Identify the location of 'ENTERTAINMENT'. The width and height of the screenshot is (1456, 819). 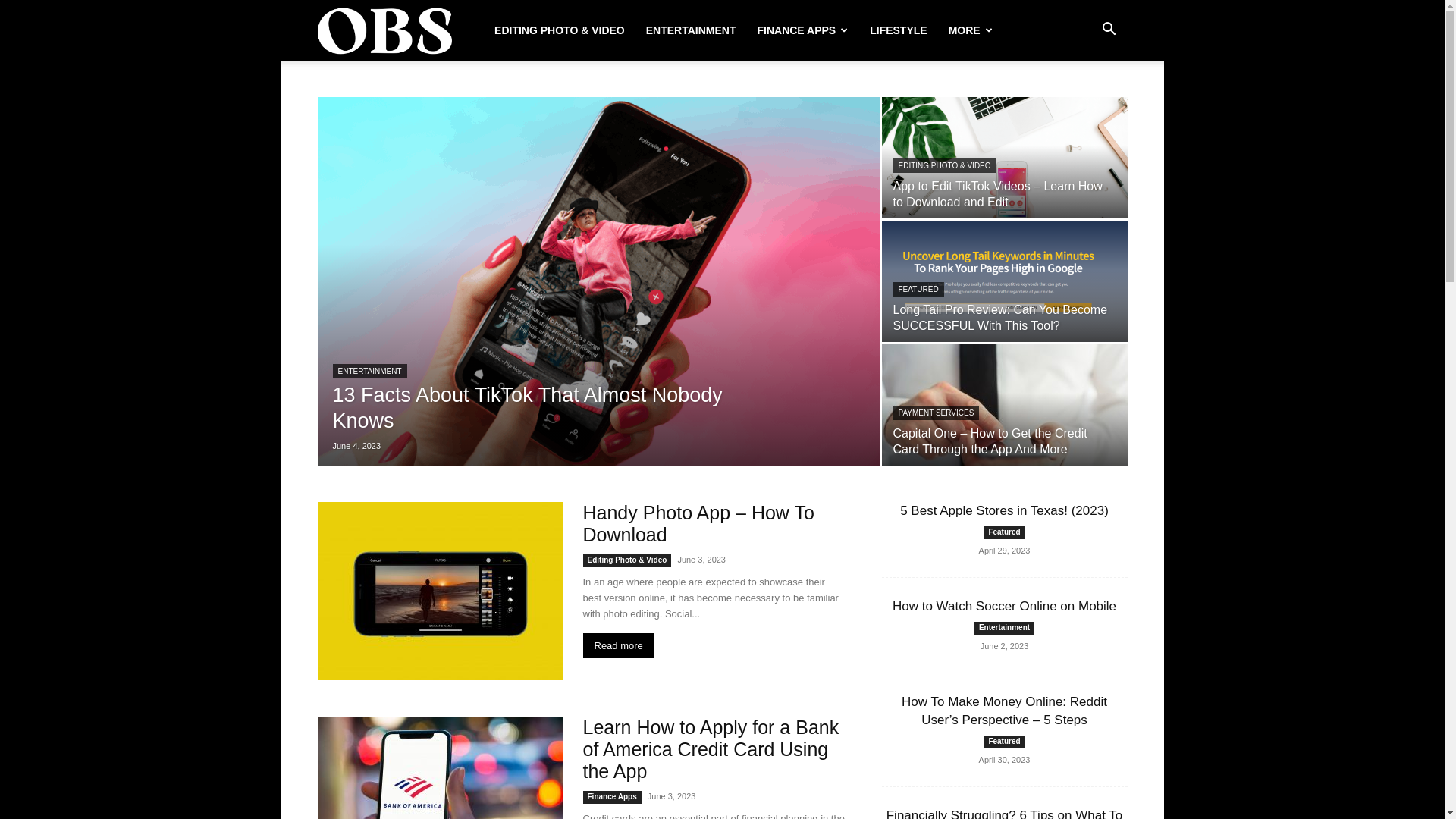
(369, 371).